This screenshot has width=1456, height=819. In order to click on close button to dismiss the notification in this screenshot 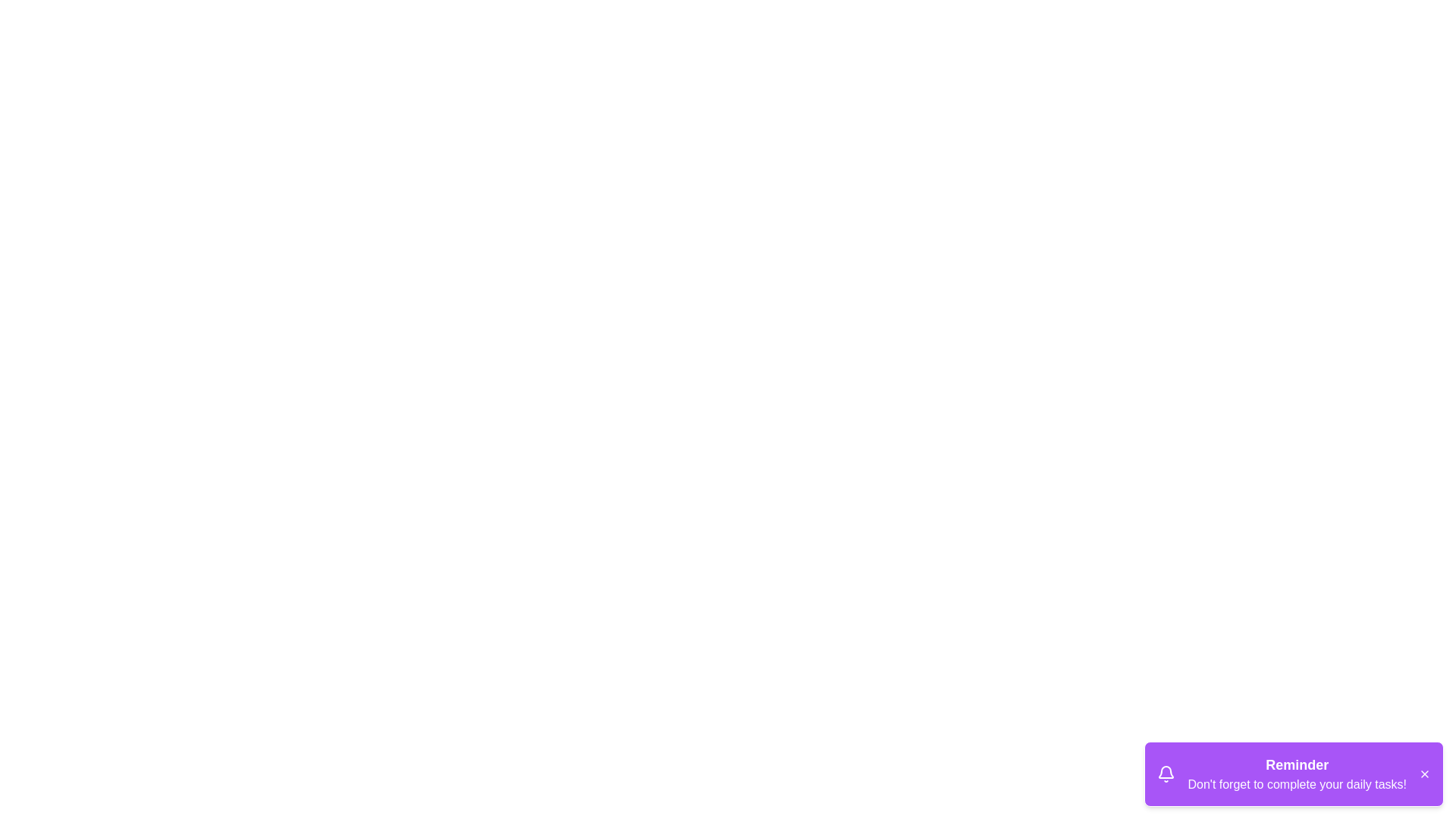, I will do `click(1423, 774)`.